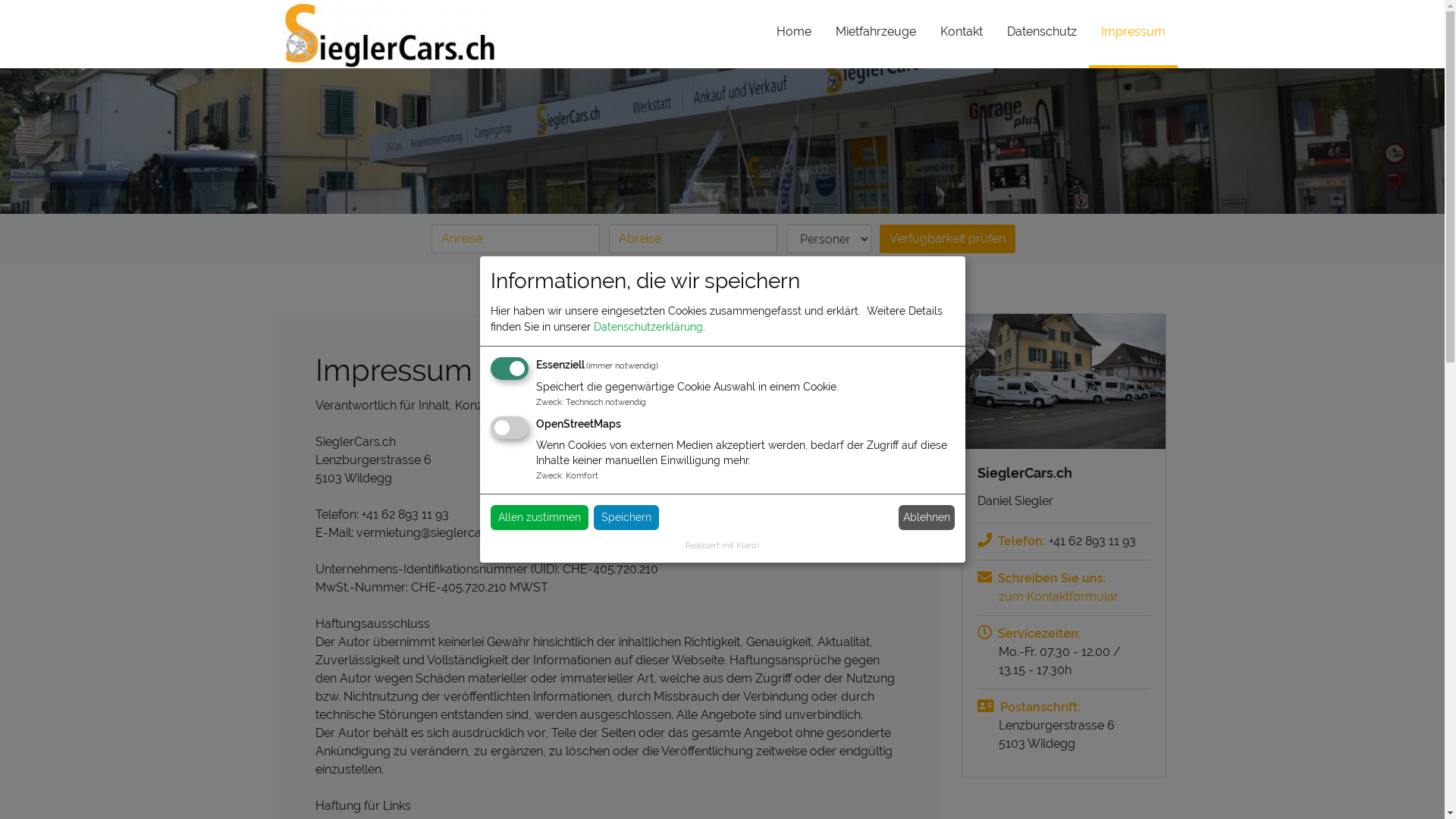 Image resolution: width=1456 pixels, height=819 pixels. I want to click on 'Mietfahrzeuge', so click(822, 40).